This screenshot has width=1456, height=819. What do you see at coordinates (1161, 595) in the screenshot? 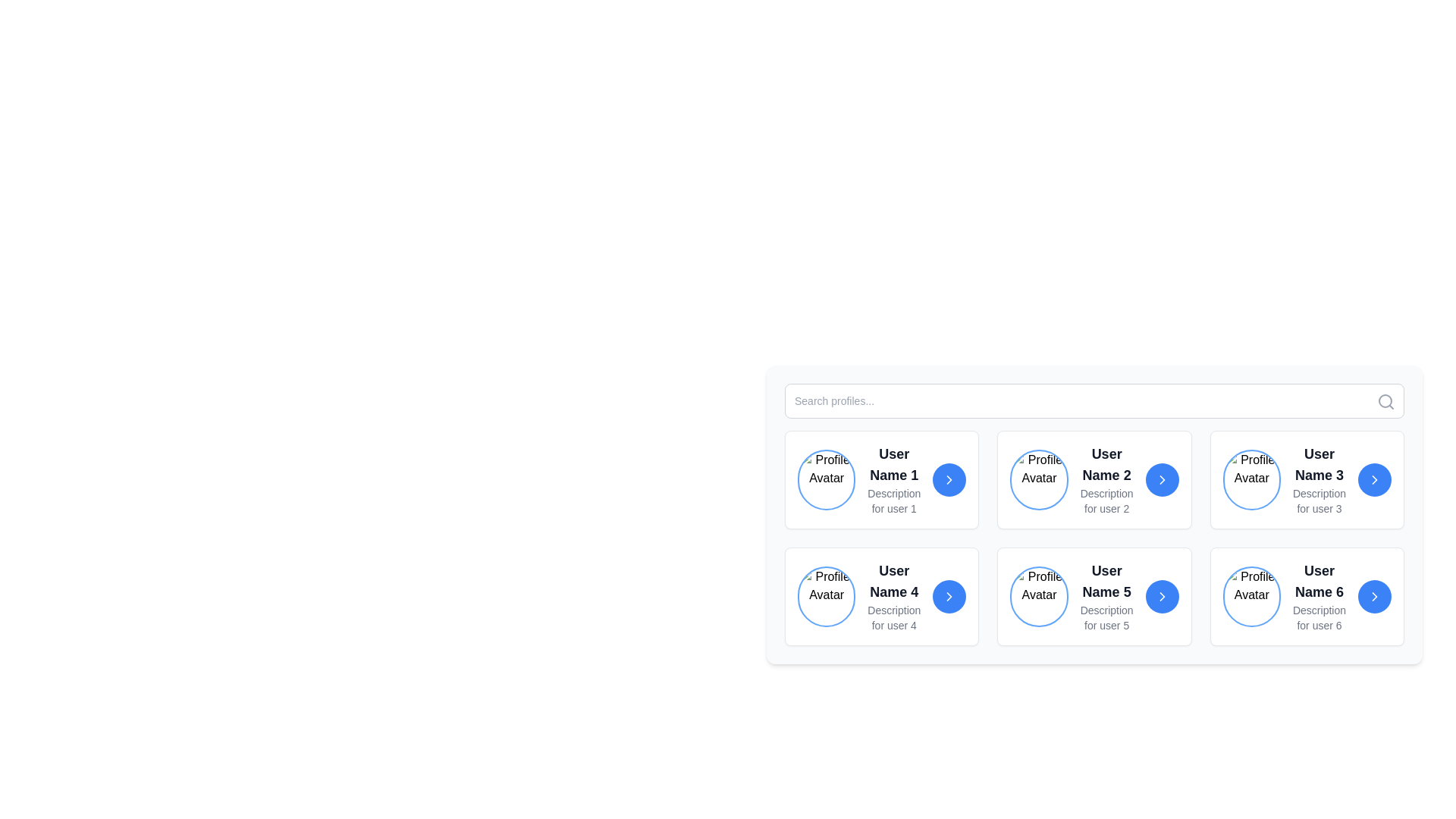
I see `the chevron arrow icon located in the bottom-right corner of the 'User Name 5' card` at bounding box center [1161, 595].